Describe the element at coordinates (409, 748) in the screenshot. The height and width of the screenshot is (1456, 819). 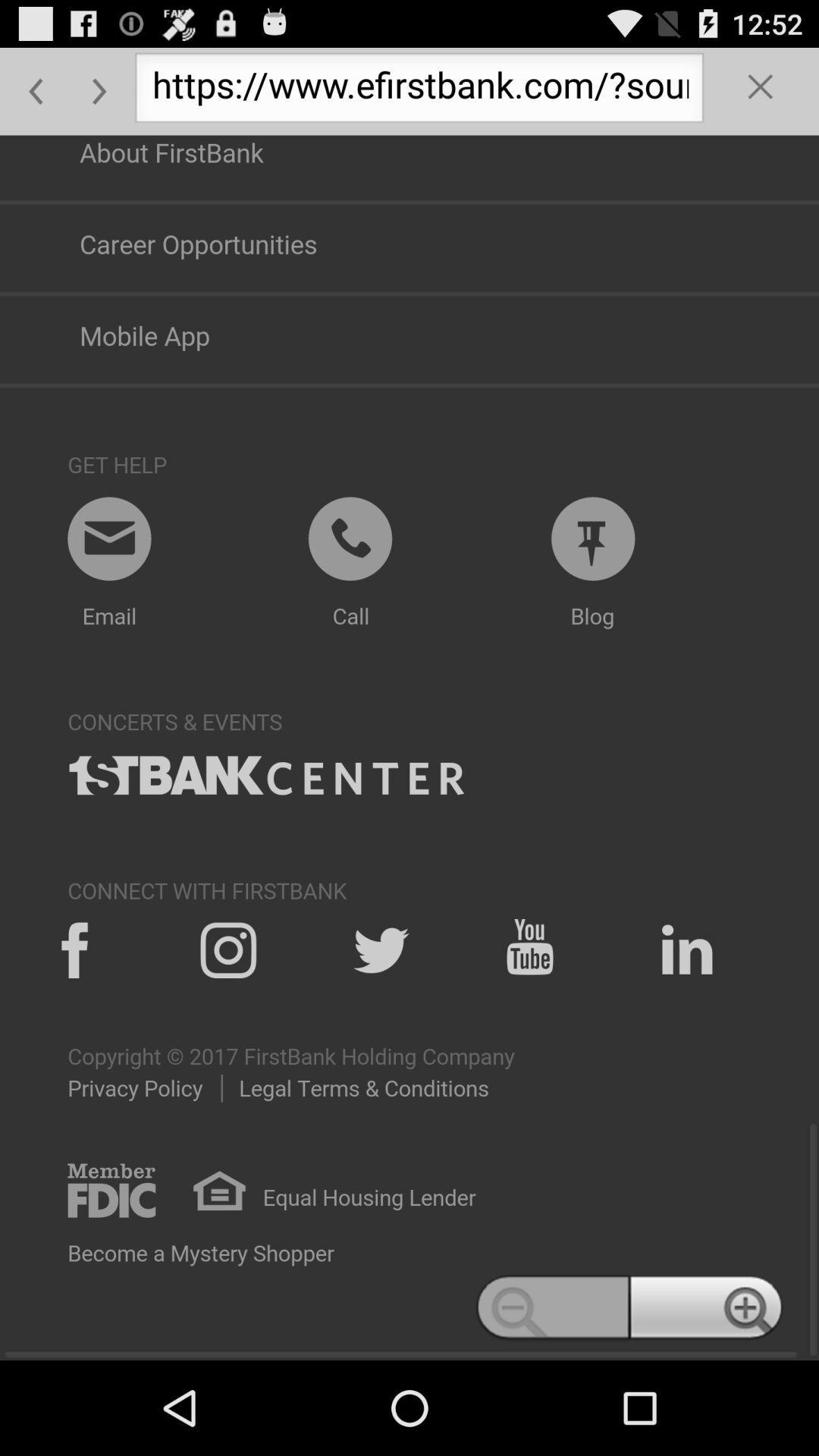
I see `swtich autoplay option` at that location.